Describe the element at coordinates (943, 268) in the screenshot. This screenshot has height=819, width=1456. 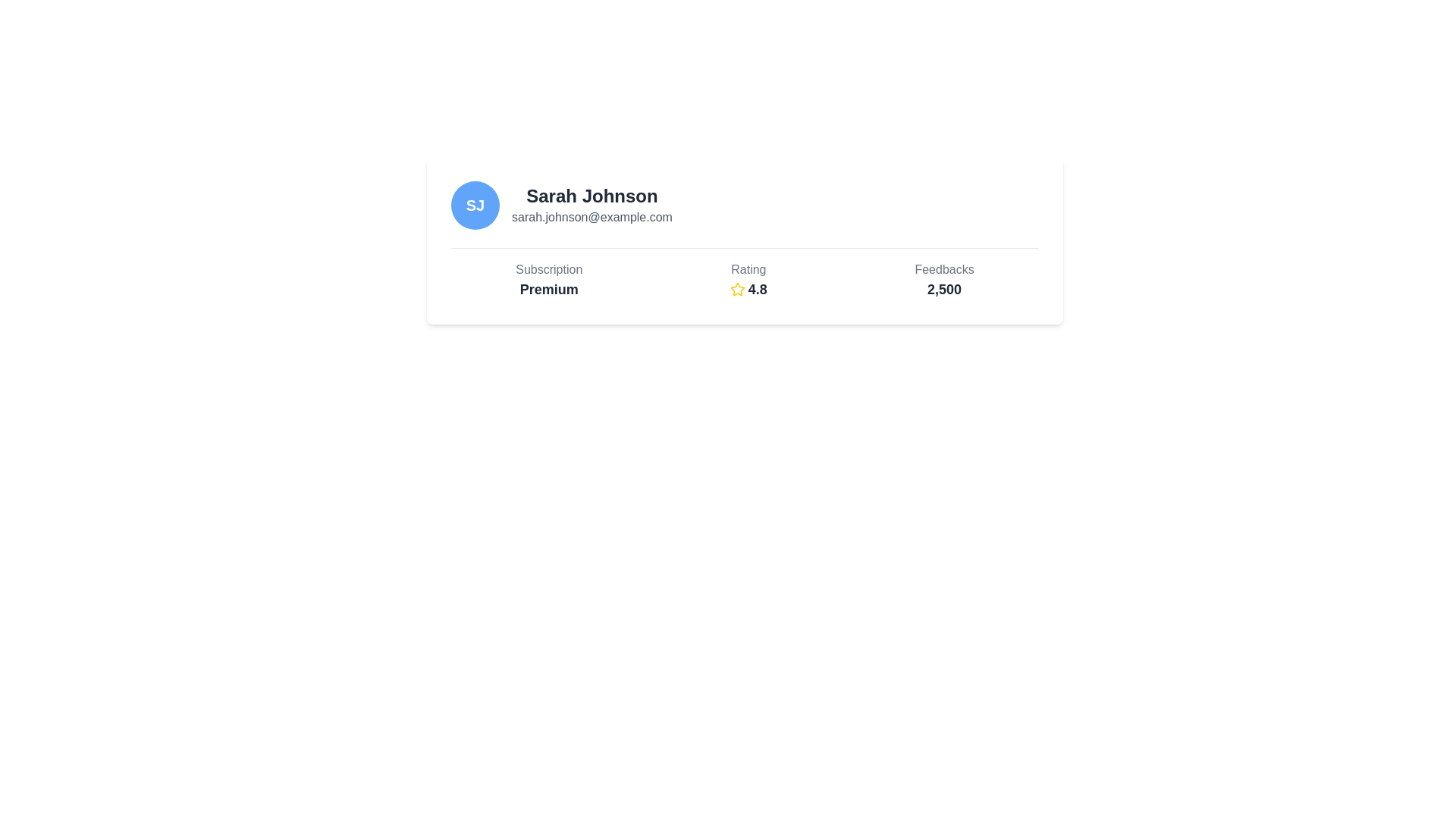
I see `the text element labeled 'Feedbacks' which is styled in gray and positioned above the bold number '2,500' in the bottom-right portion of the card` at that location.